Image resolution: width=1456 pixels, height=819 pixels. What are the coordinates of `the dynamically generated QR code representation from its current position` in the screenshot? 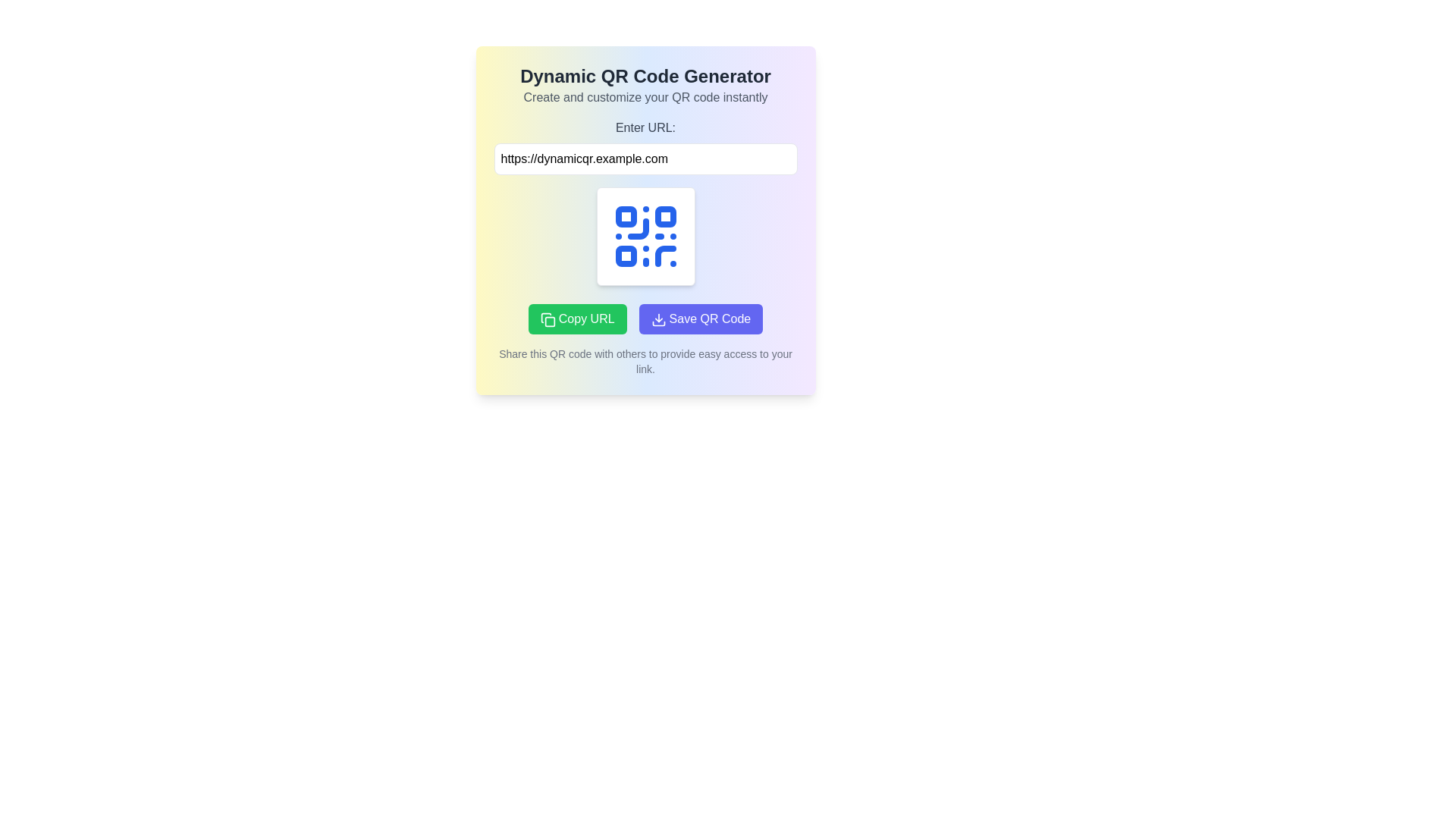 It's located at (645, 237).